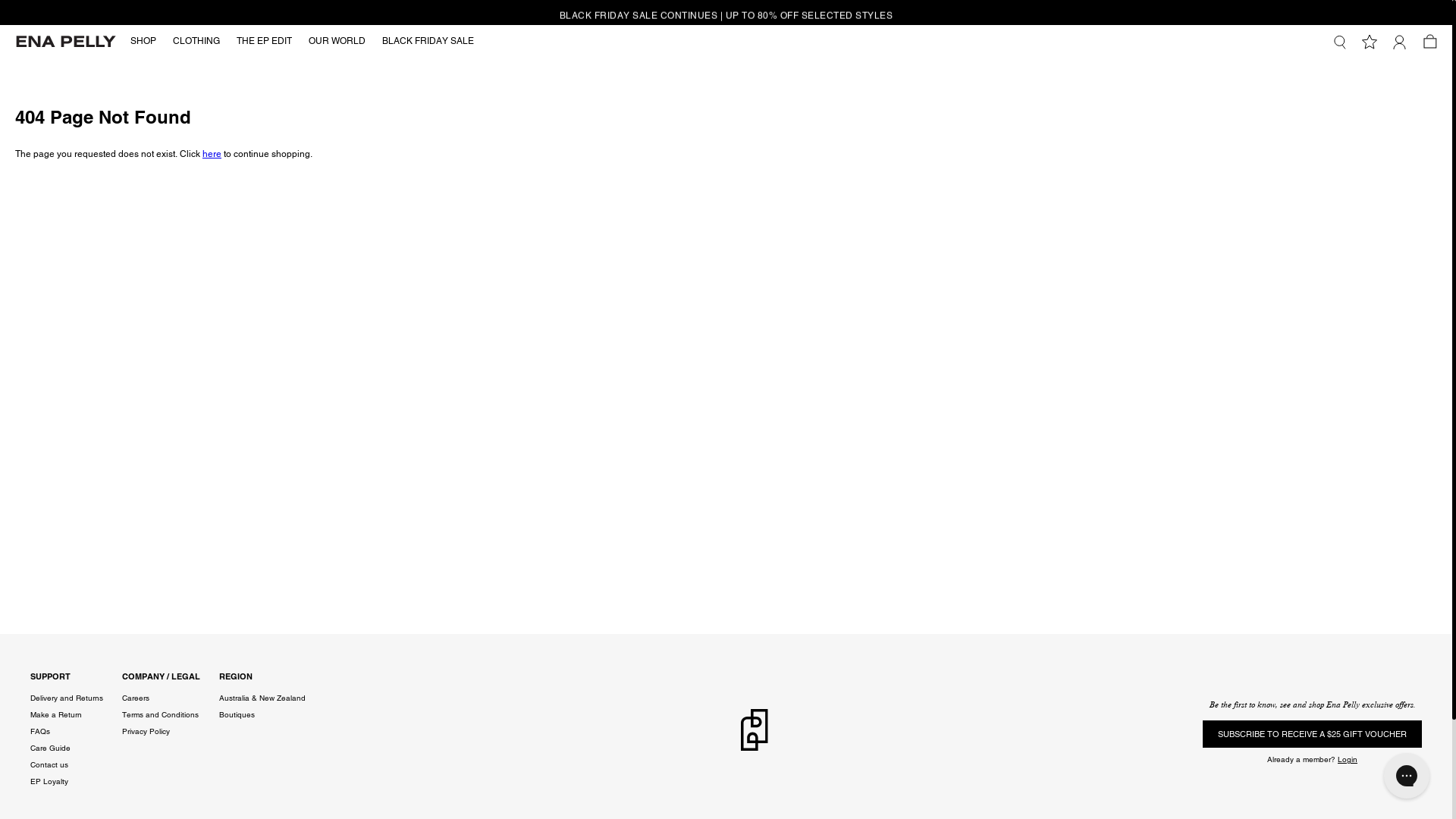 The image size is (1456, 819). I want to click on 'Terms and Conditions', so click(160, 714).